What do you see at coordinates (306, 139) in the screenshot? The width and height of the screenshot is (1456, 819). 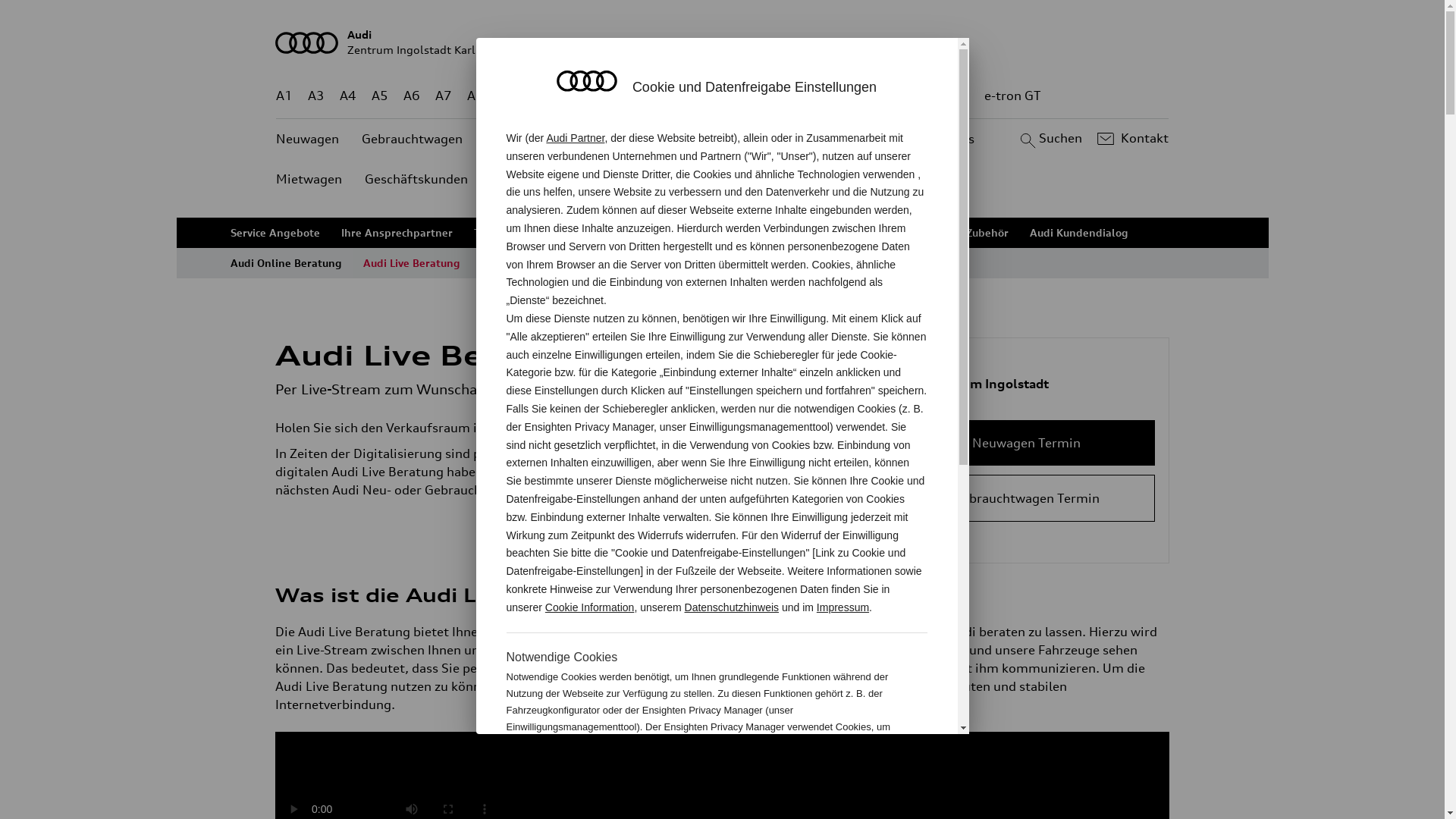 I see `'Neuwagen'` at bounding box center [306, 139].